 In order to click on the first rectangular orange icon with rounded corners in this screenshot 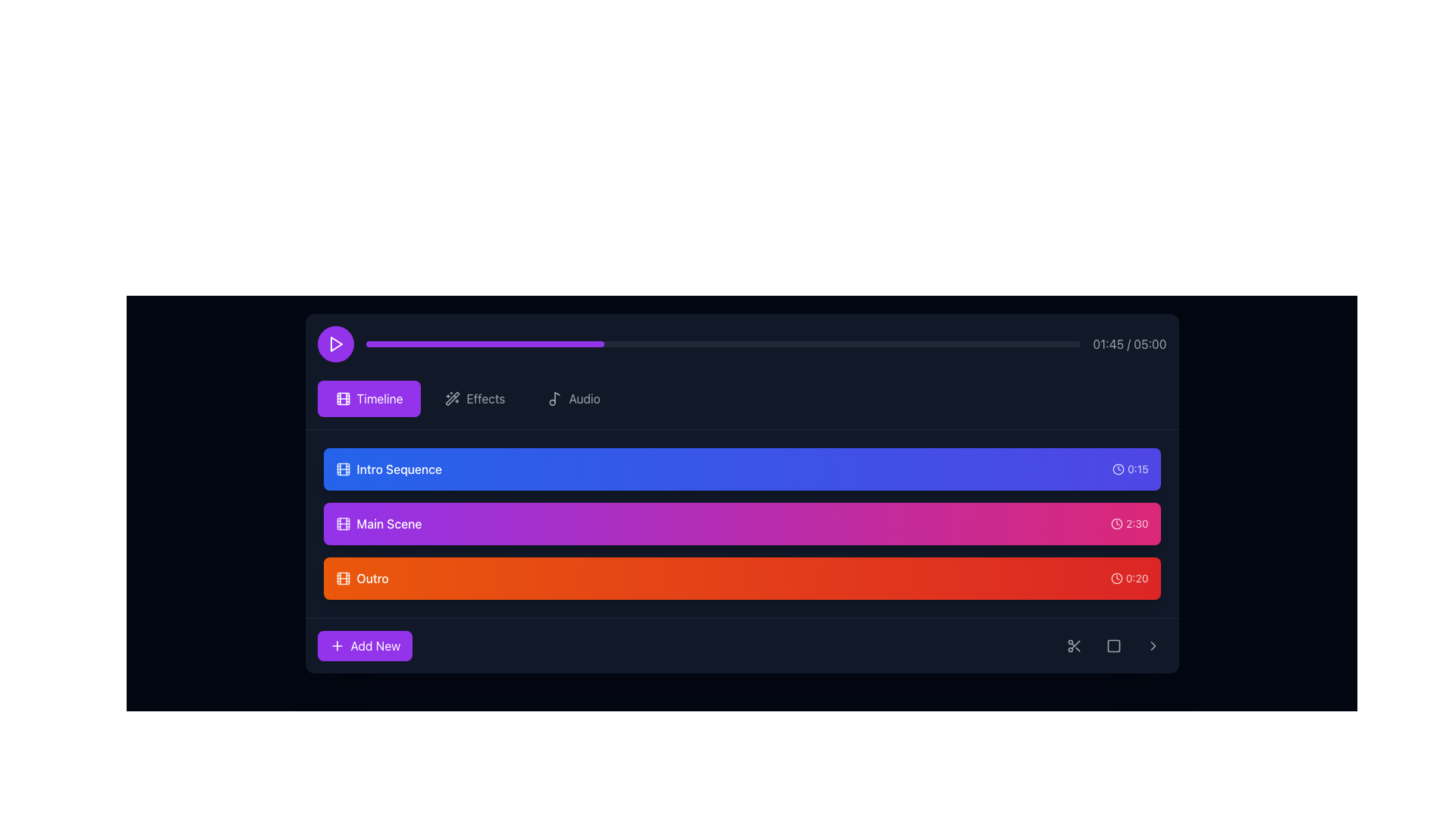, I will do `click(342, 579)`.